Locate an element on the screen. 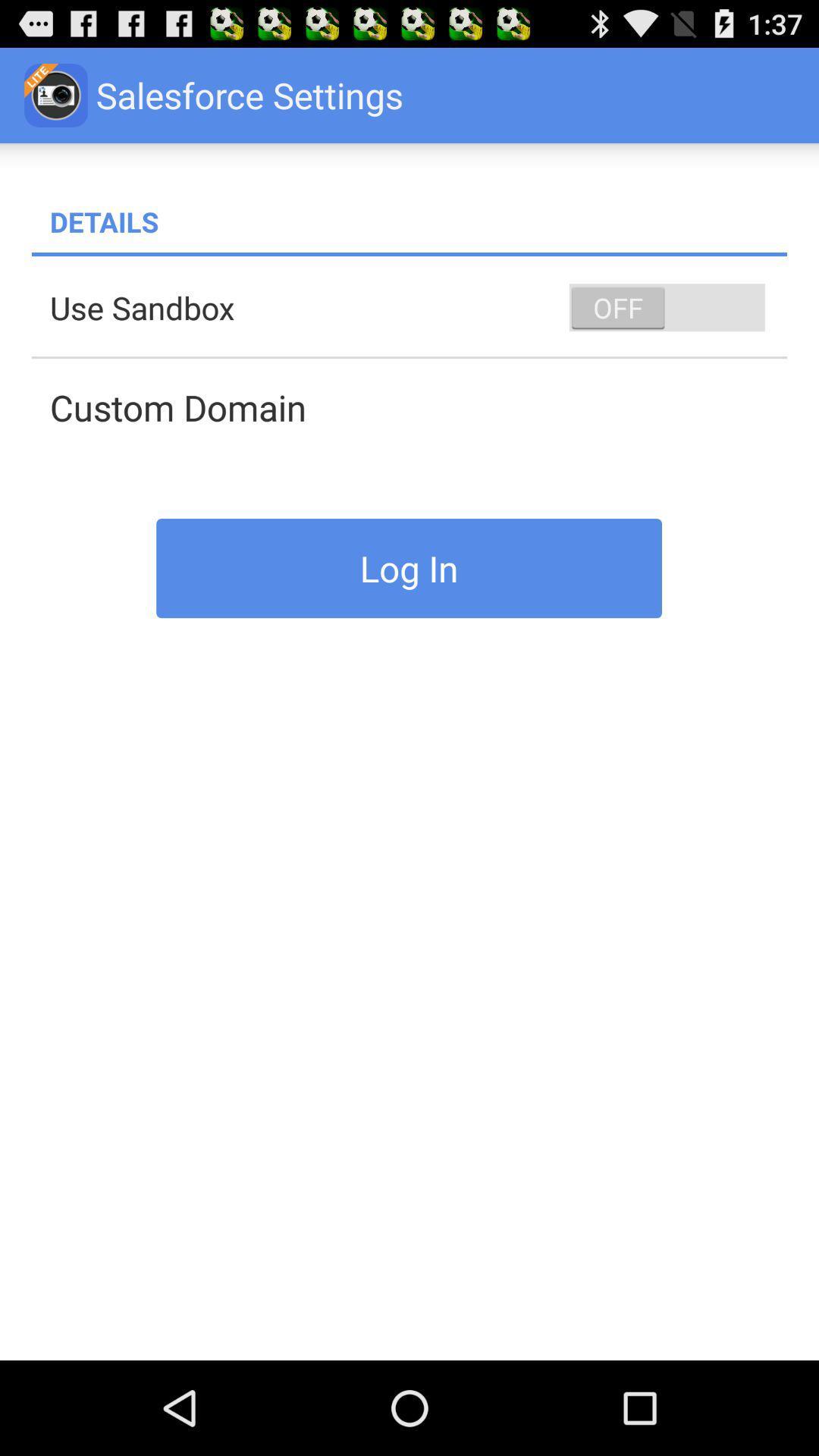 The height and width of the screenshot is (1456, 819). the button above the log in is located at coordinates (418, 407).